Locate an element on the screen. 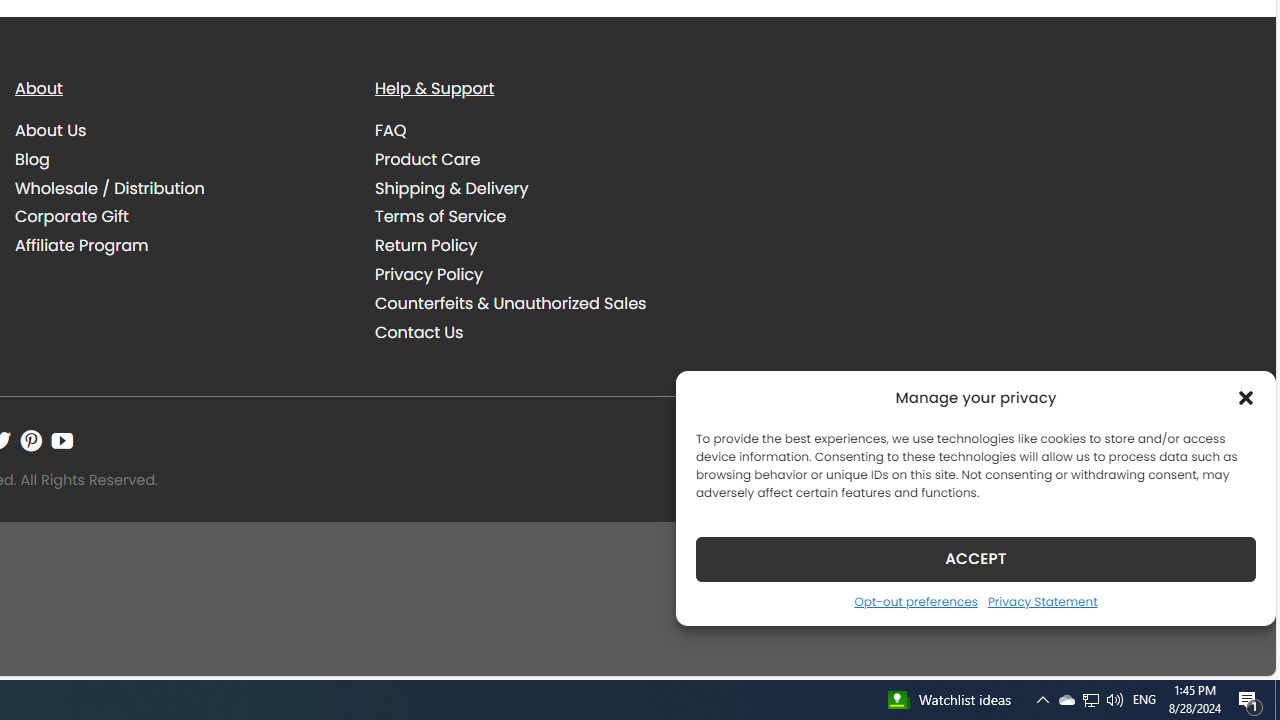 The width and height of the screenshot is (1280, 720). 'FAQ' is located at coordinates (540, 131).